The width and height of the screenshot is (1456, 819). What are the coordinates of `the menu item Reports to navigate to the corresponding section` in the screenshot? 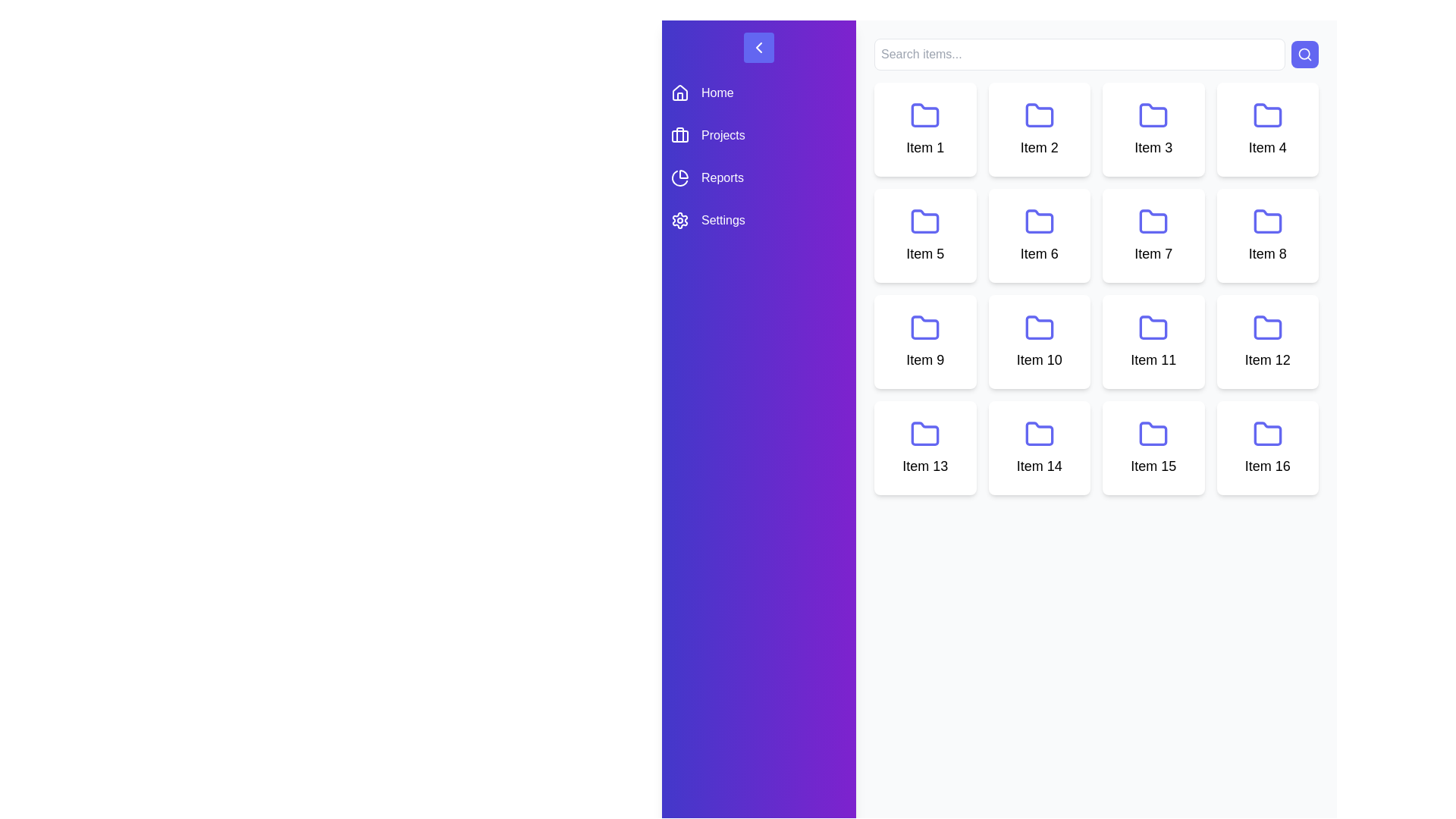 It's located at (759, 177).